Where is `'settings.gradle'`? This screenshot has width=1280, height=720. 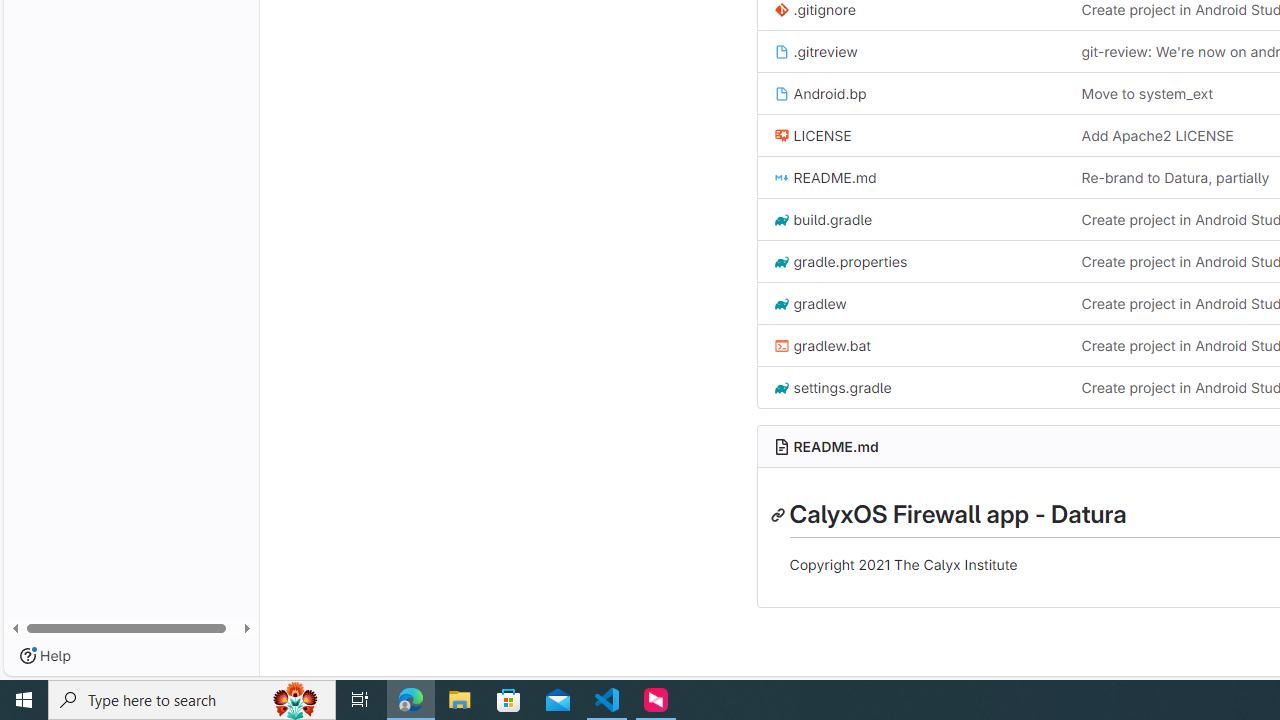
'settings.gradle' is located at coordinates (832, 387).